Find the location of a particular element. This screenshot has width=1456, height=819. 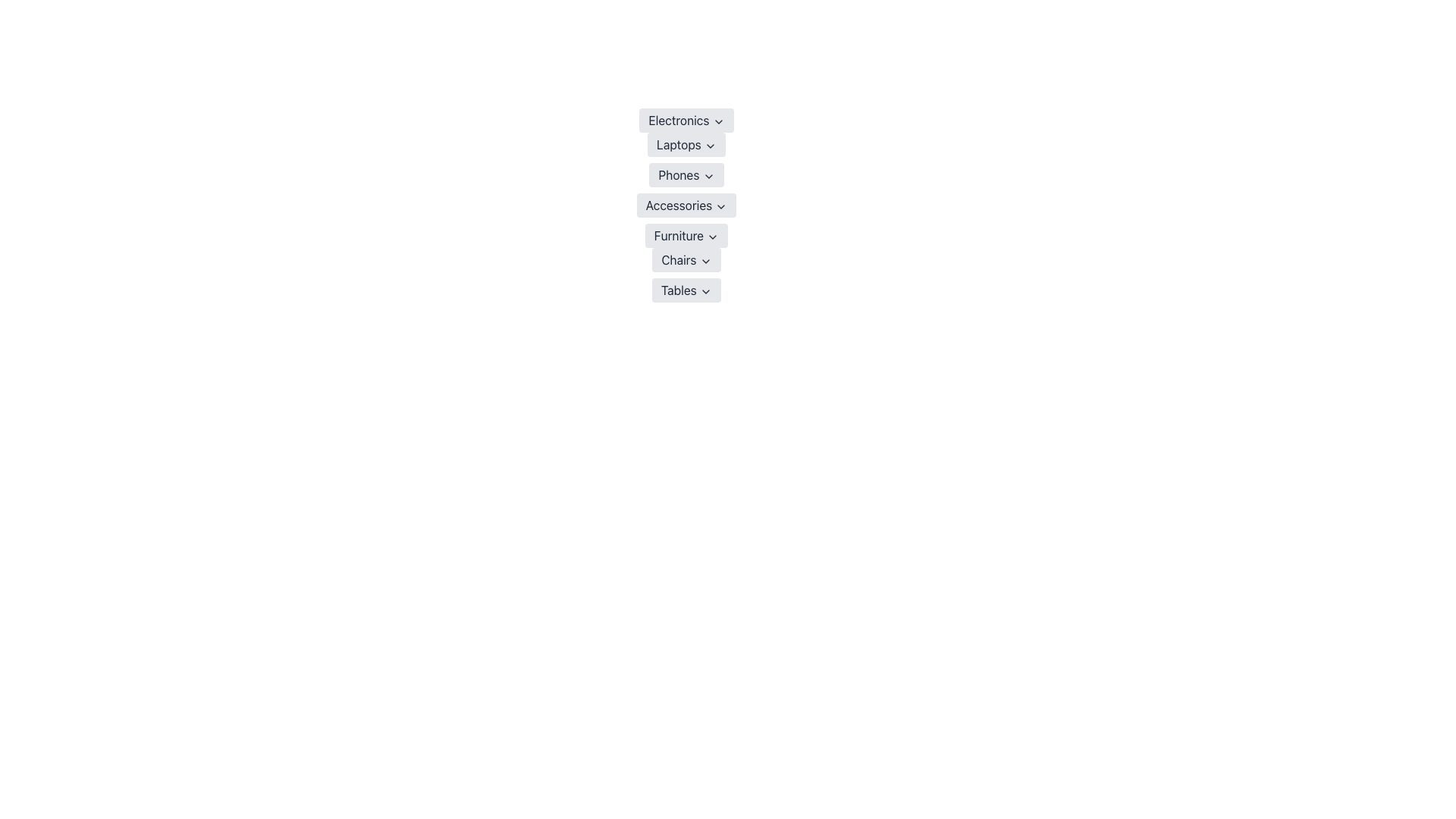

the second item in the dropdown menu under the 'Furniture' category is located at coordinates (686, 259).